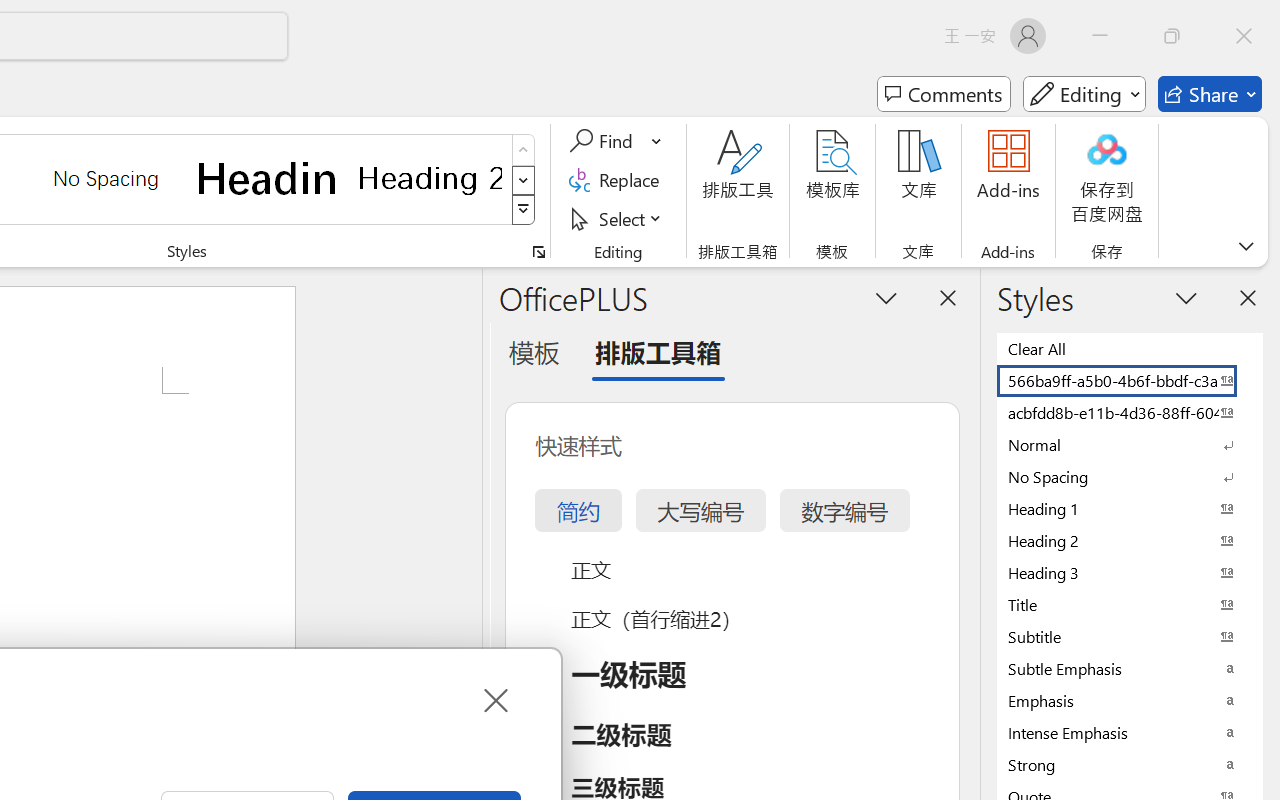 This screenshot has height=800, width=1280. Describe the element at coordinates (1172, 35) in the screenshot. I see `'Restore Down'` at that location.